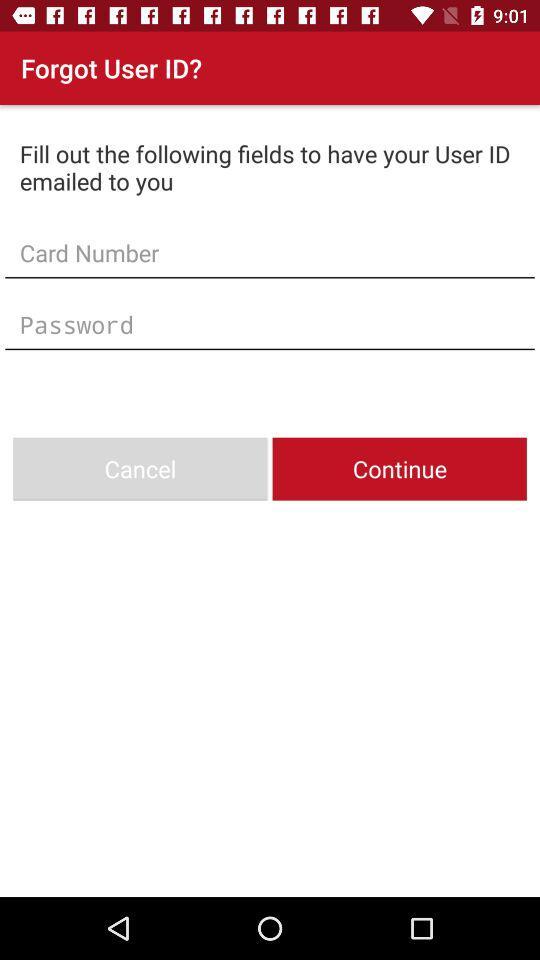  Describe the element at coordinates (139, 469) in the screenshot. I see `icon to the left of the continue item` at that location.